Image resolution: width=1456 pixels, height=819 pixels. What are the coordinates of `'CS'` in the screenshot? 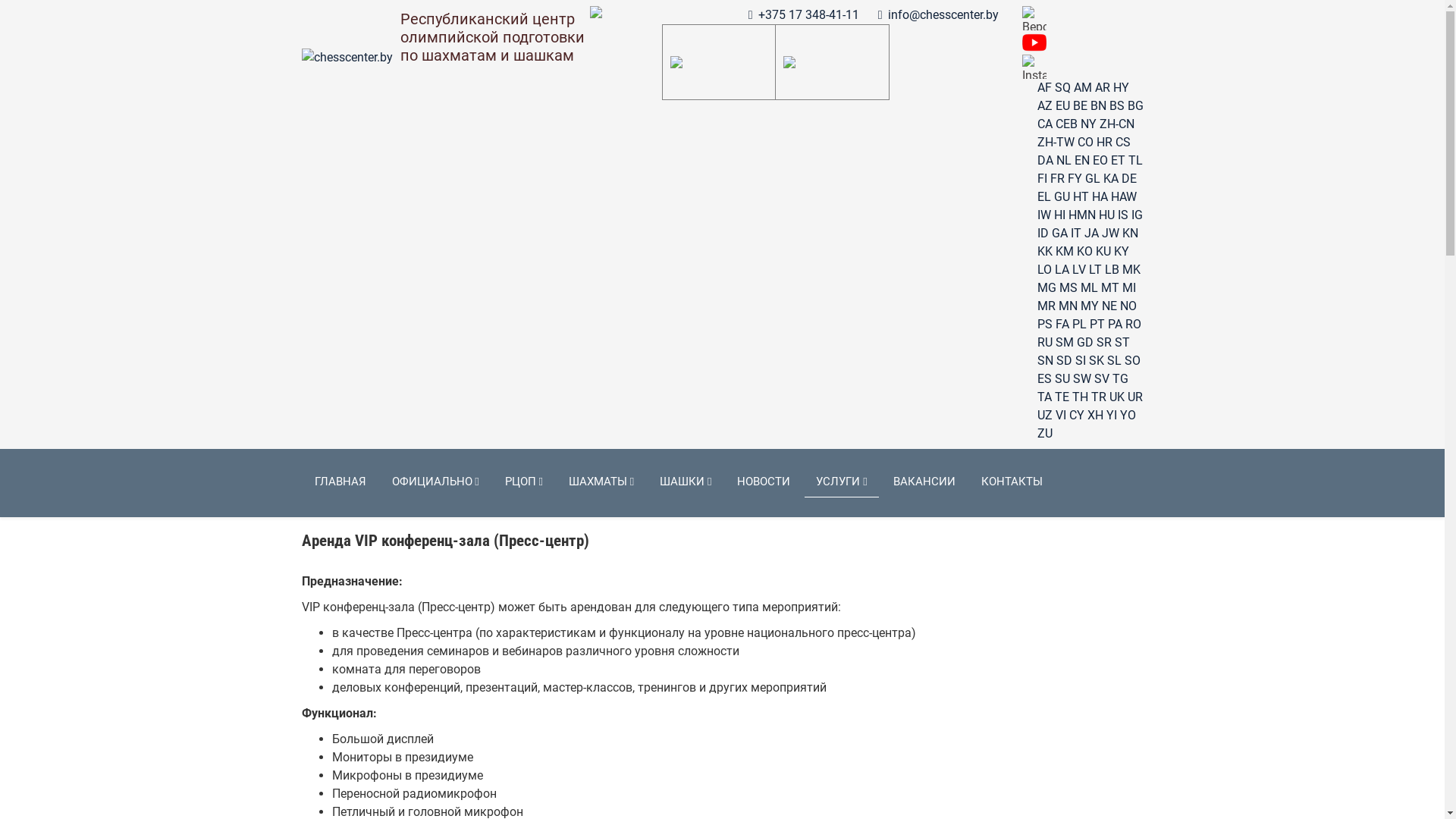 It's located at (1122, 142).